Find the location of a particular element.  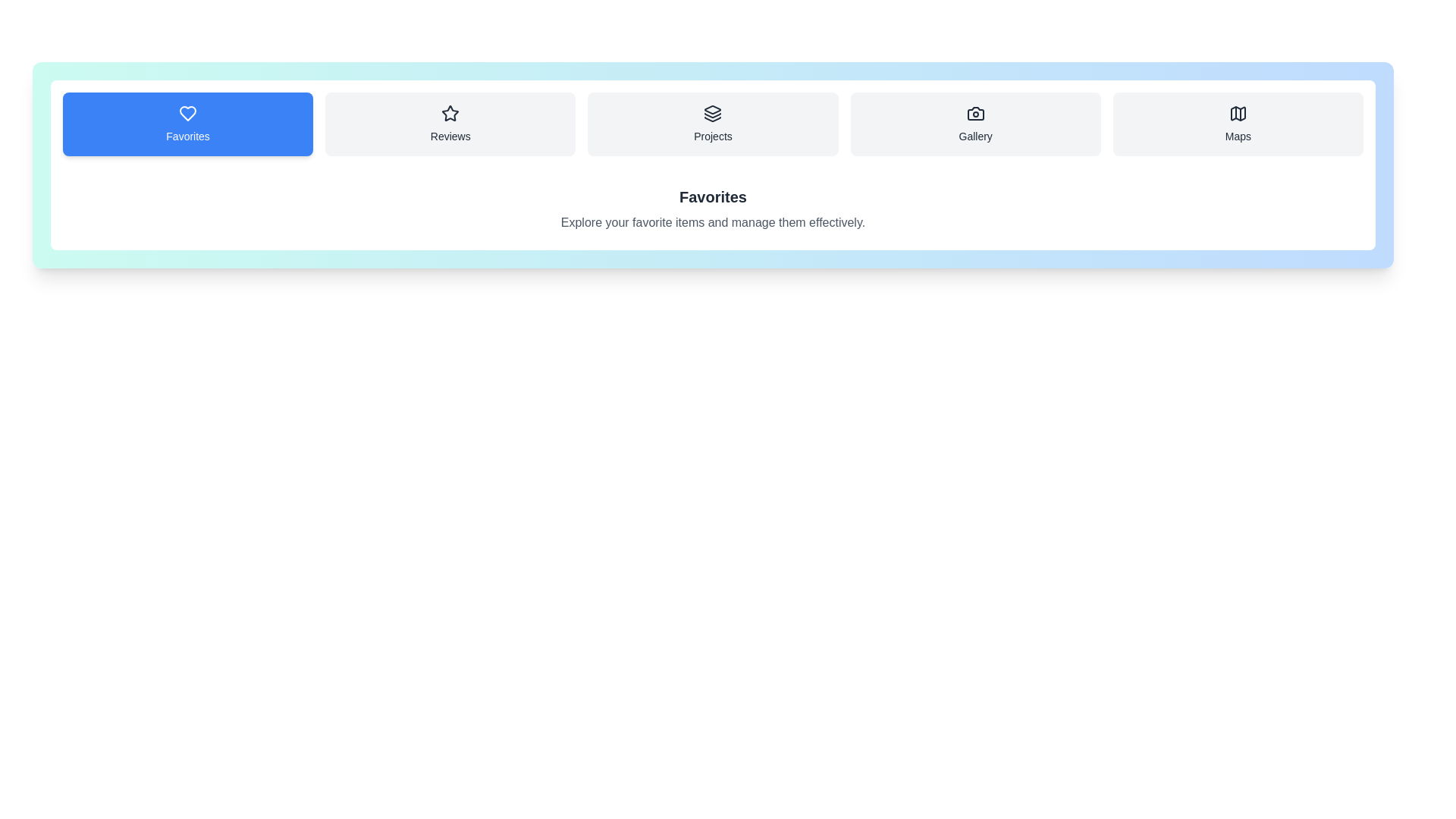

the Maps tab to switch to its content is located at coordinates (1238, 124).